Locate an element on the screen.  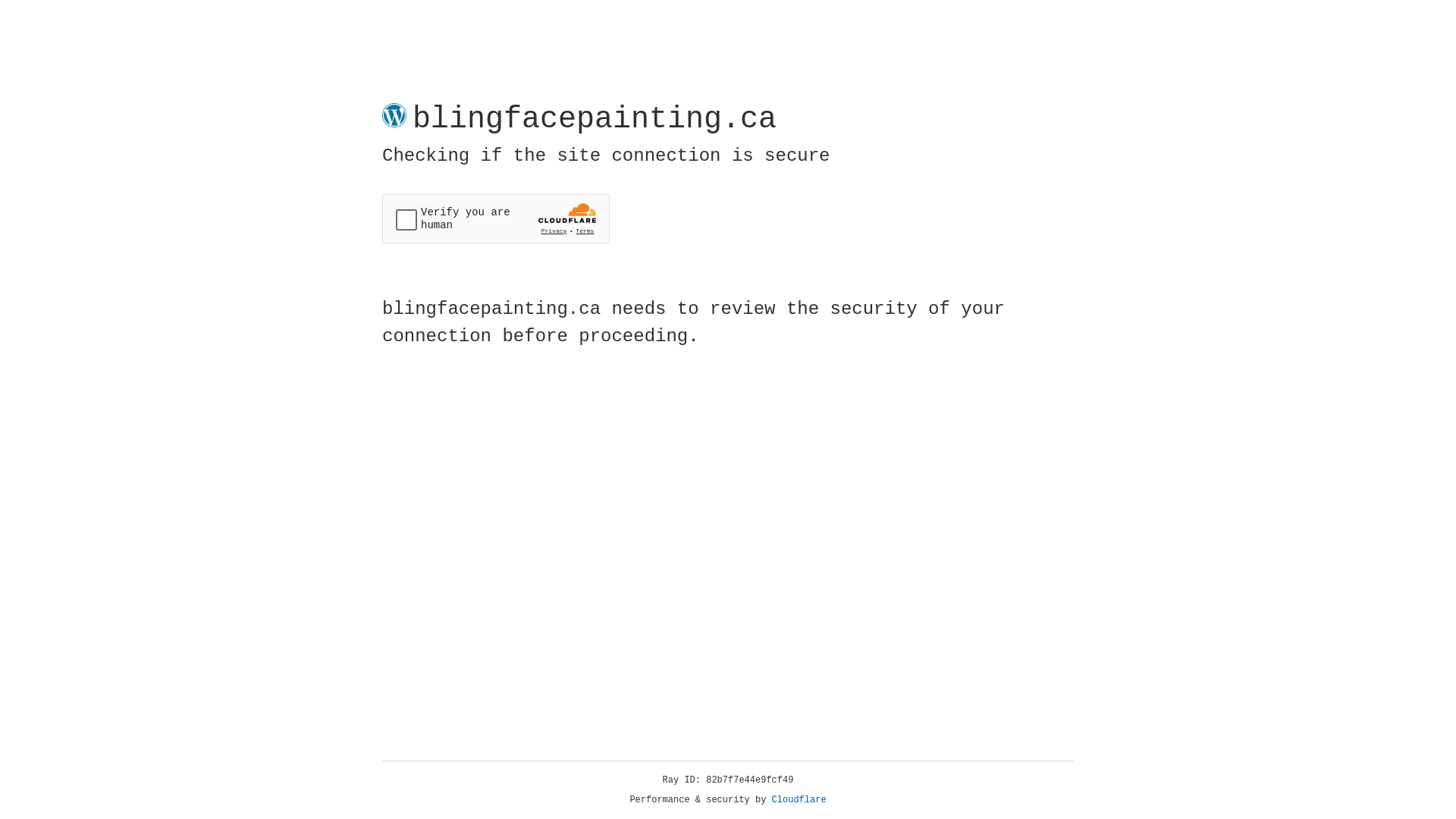
'Widget containing a Cloudflare security challenge' is located at coordinates (495, 218).